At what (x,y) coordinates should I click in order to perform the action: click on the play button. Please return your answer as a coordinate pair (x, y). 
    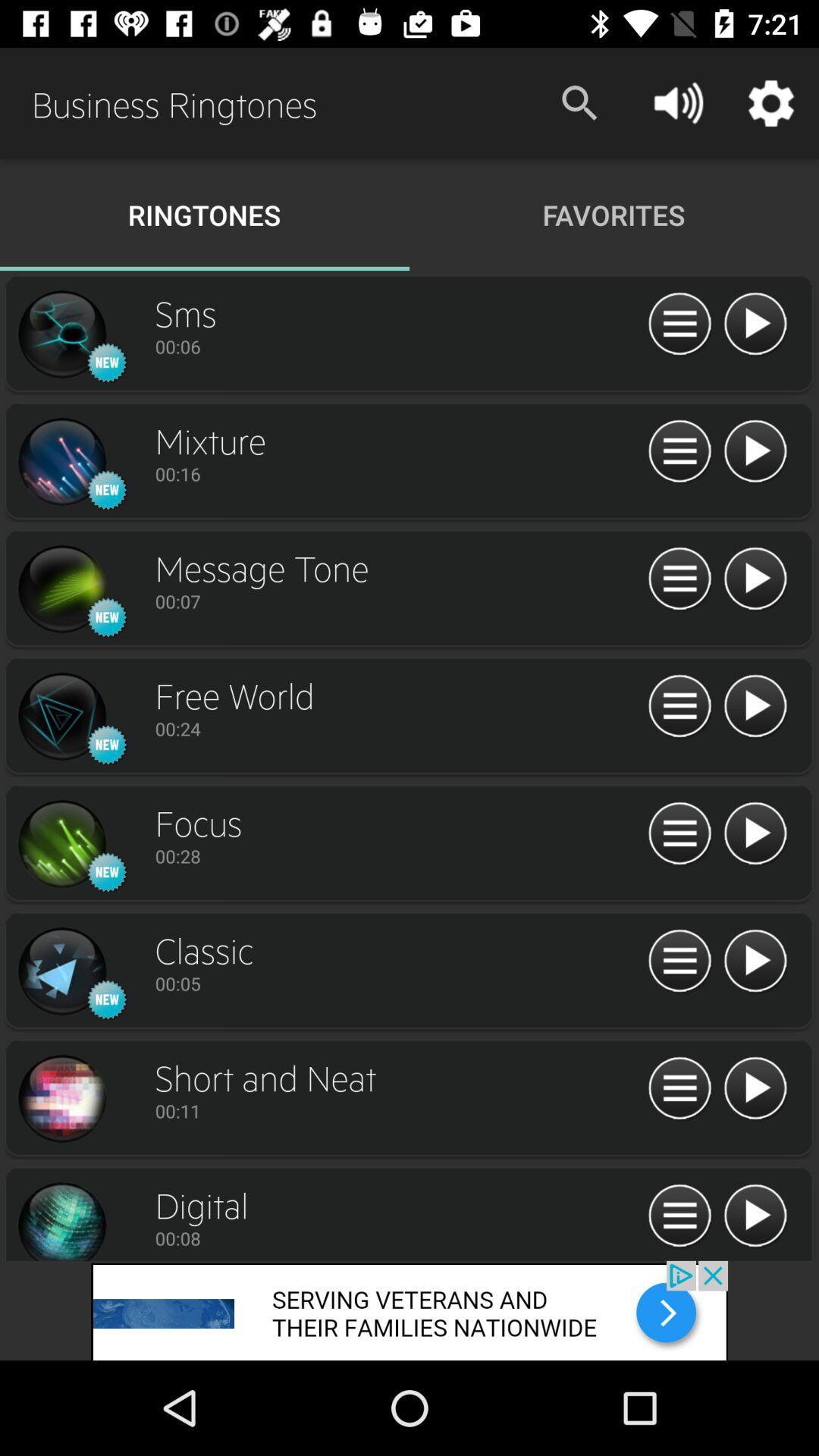
    Looking at the image, I should click on (755, 1088).